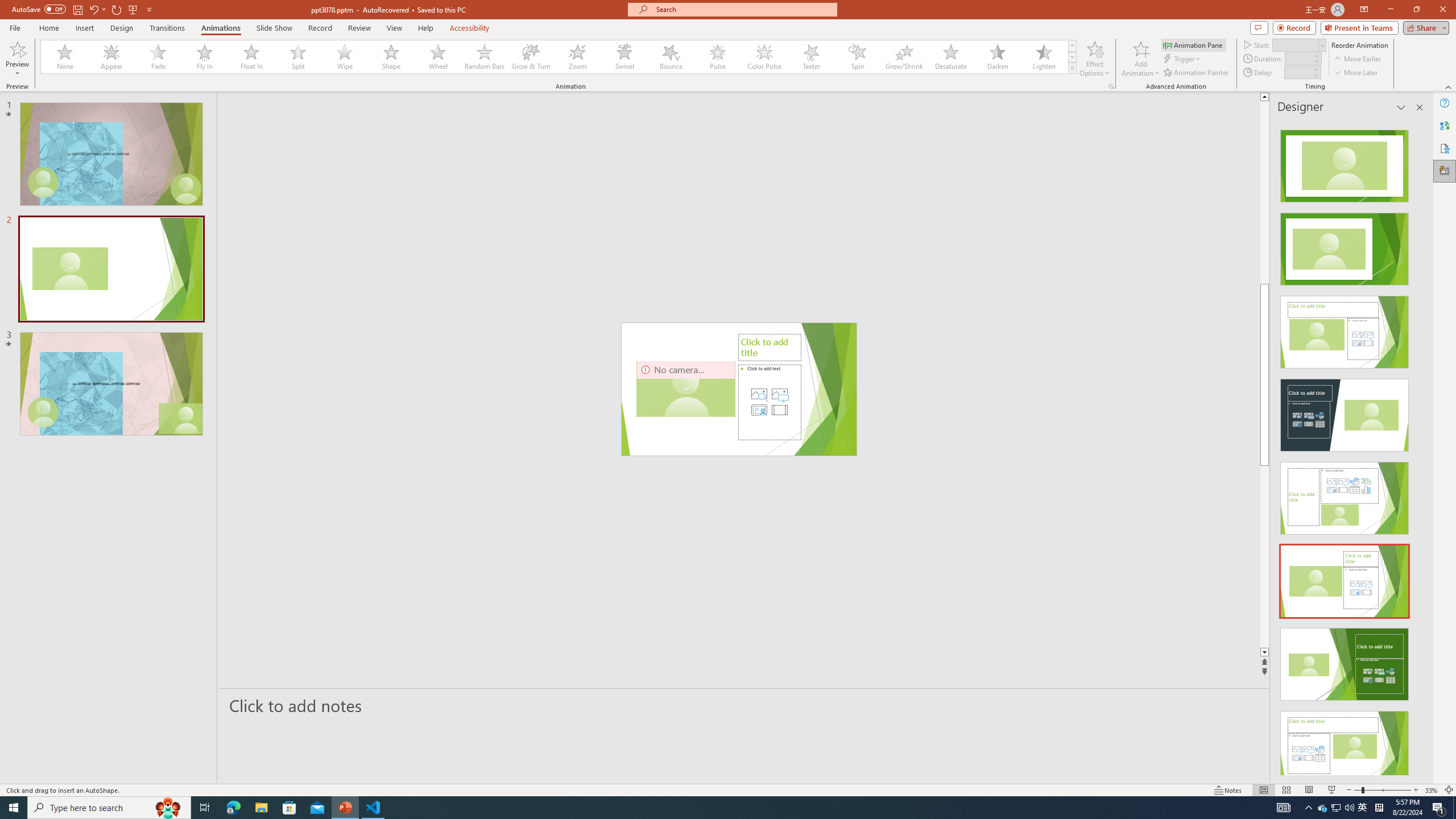  I want to click on 'Insert Cameo', so click(759, 409).